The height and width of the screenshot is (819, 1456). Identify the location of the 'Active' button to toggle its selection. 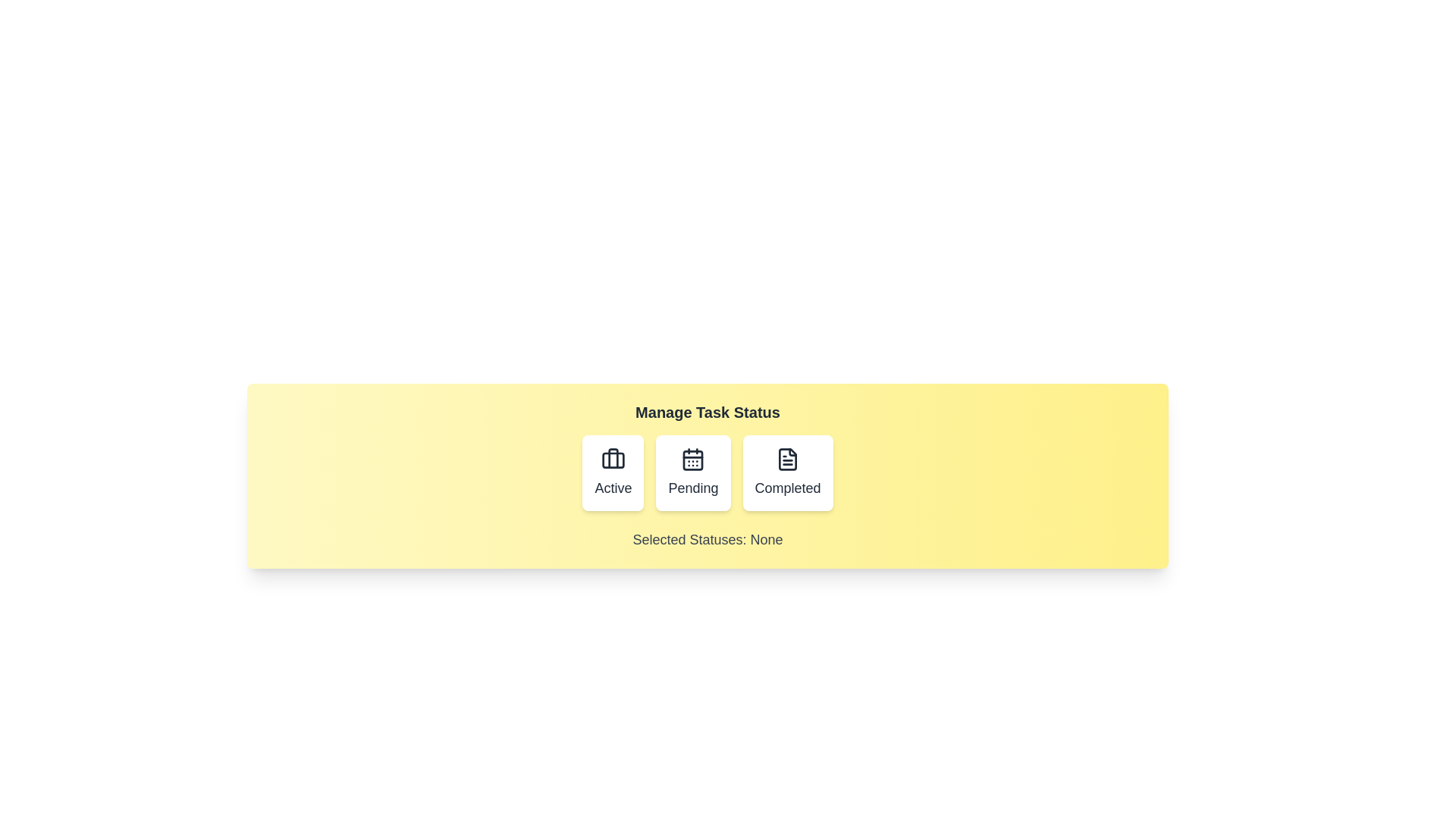
(613, 472).